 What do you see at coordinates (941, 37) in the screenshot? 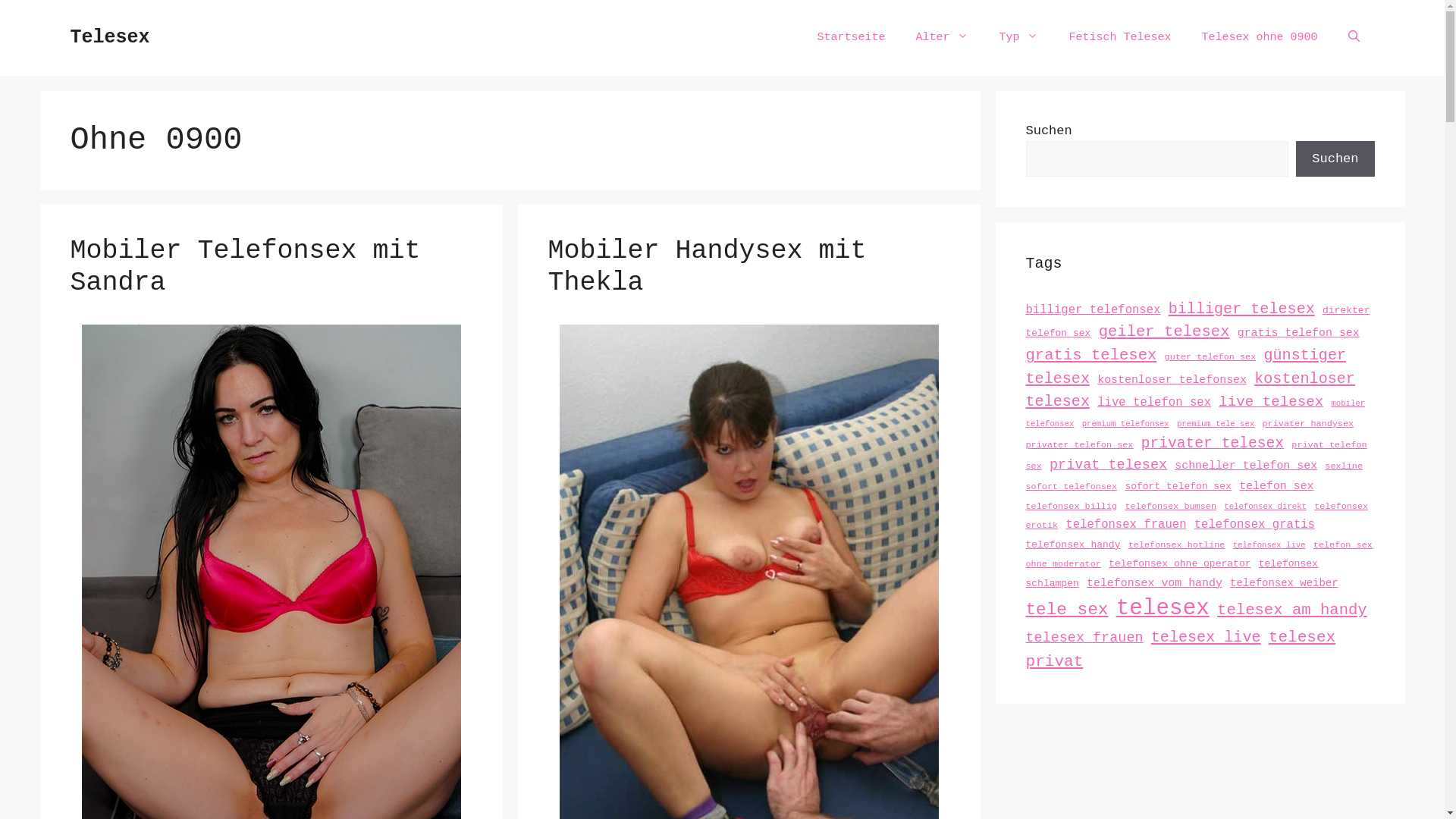
I see `'Alter'` at bounding box center [941, 37].